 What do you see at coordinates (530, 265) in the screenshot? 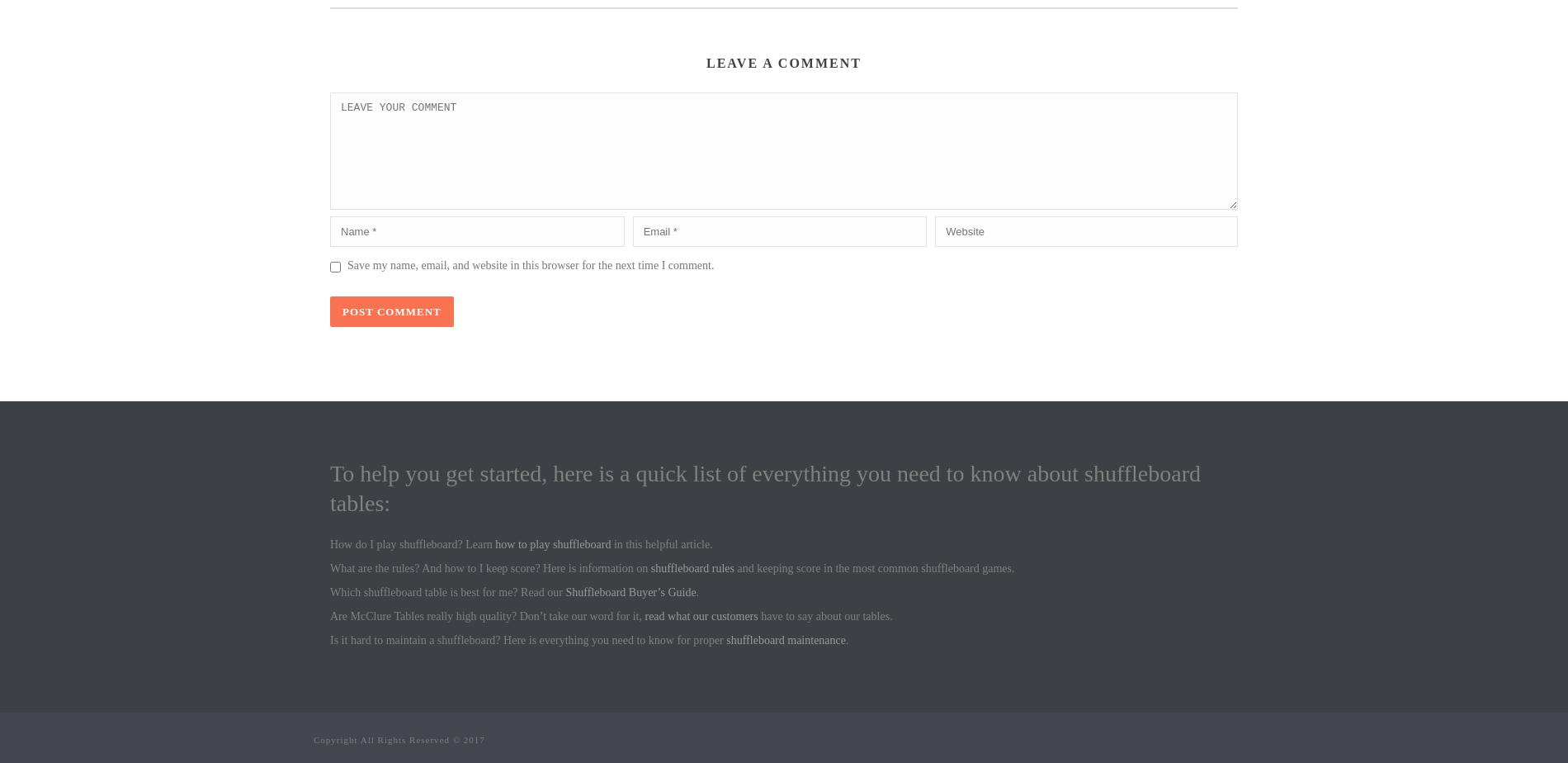
I see `'Save my name, email, and website in this browser for the next time I comment.'` at bounding box center [530, 265].